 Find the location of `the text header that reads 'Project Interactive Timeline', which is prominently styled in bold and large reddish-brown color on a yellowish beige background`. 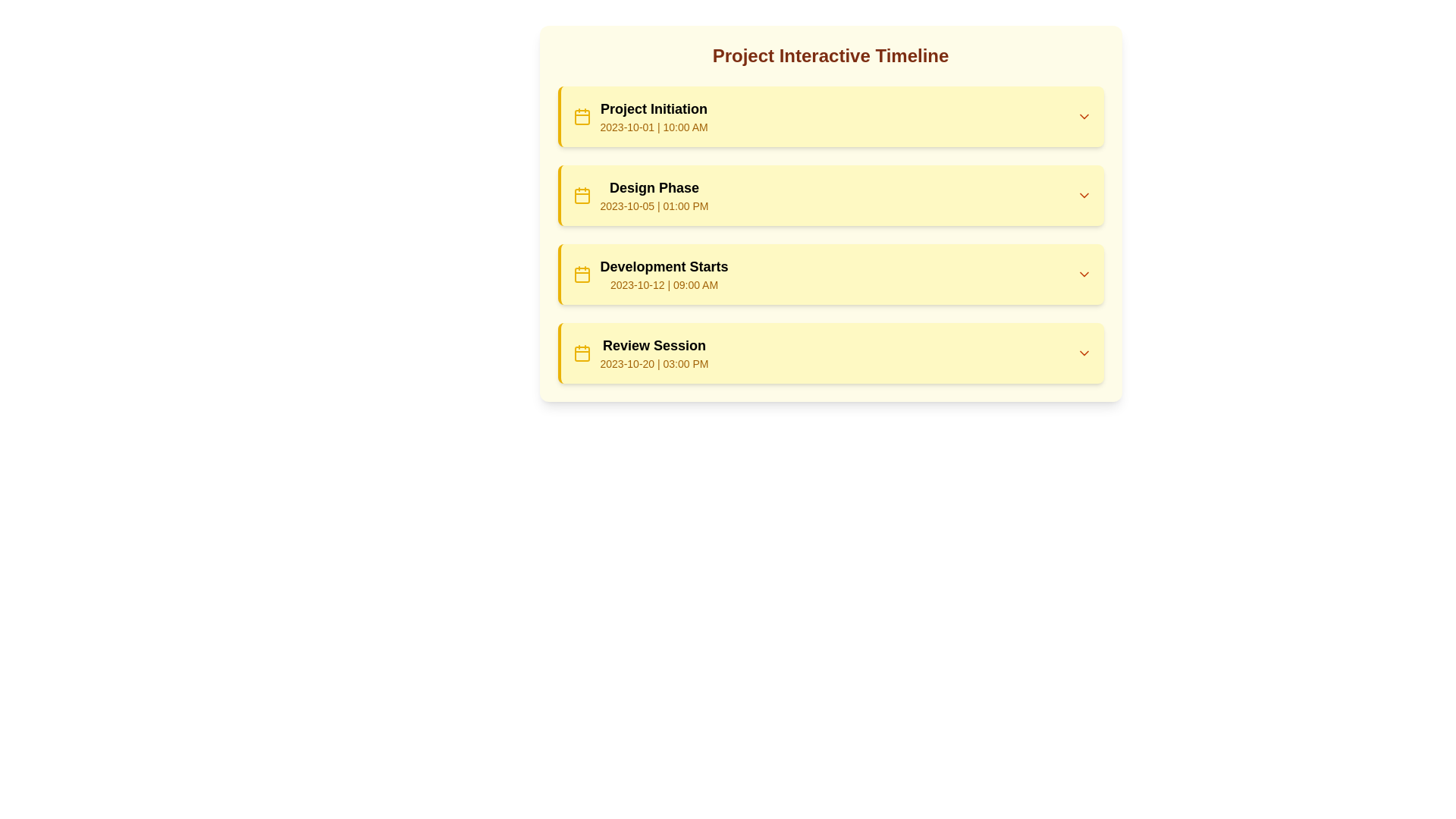

the text header that reads 'Project Interactive Timeline', which is prominently styled in bold and large reddish-brown color on a yellowish beige background is located at coordinates (830, 55).